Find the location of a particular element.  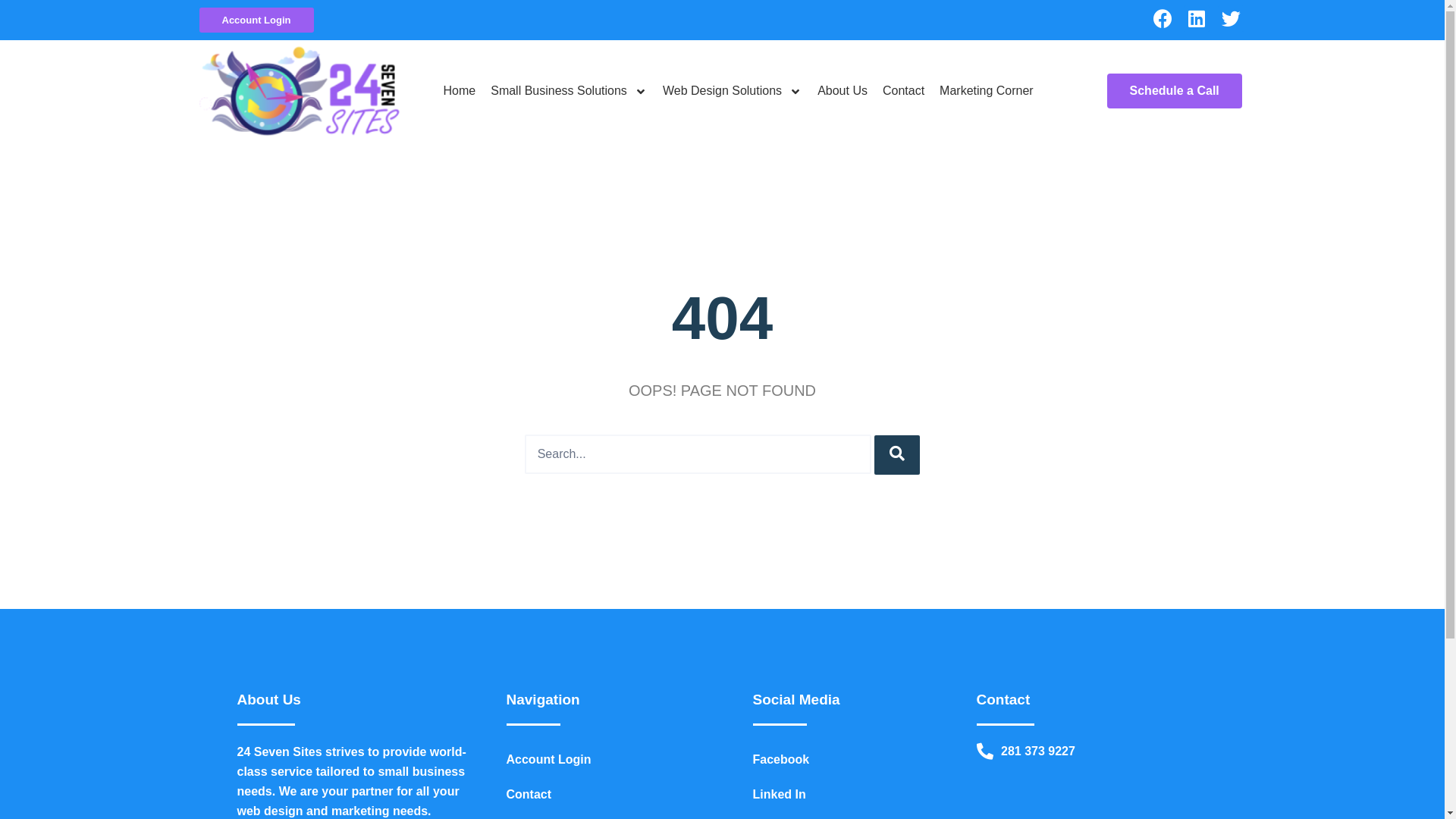

'Account Login' is located at coordinates (256, 20).